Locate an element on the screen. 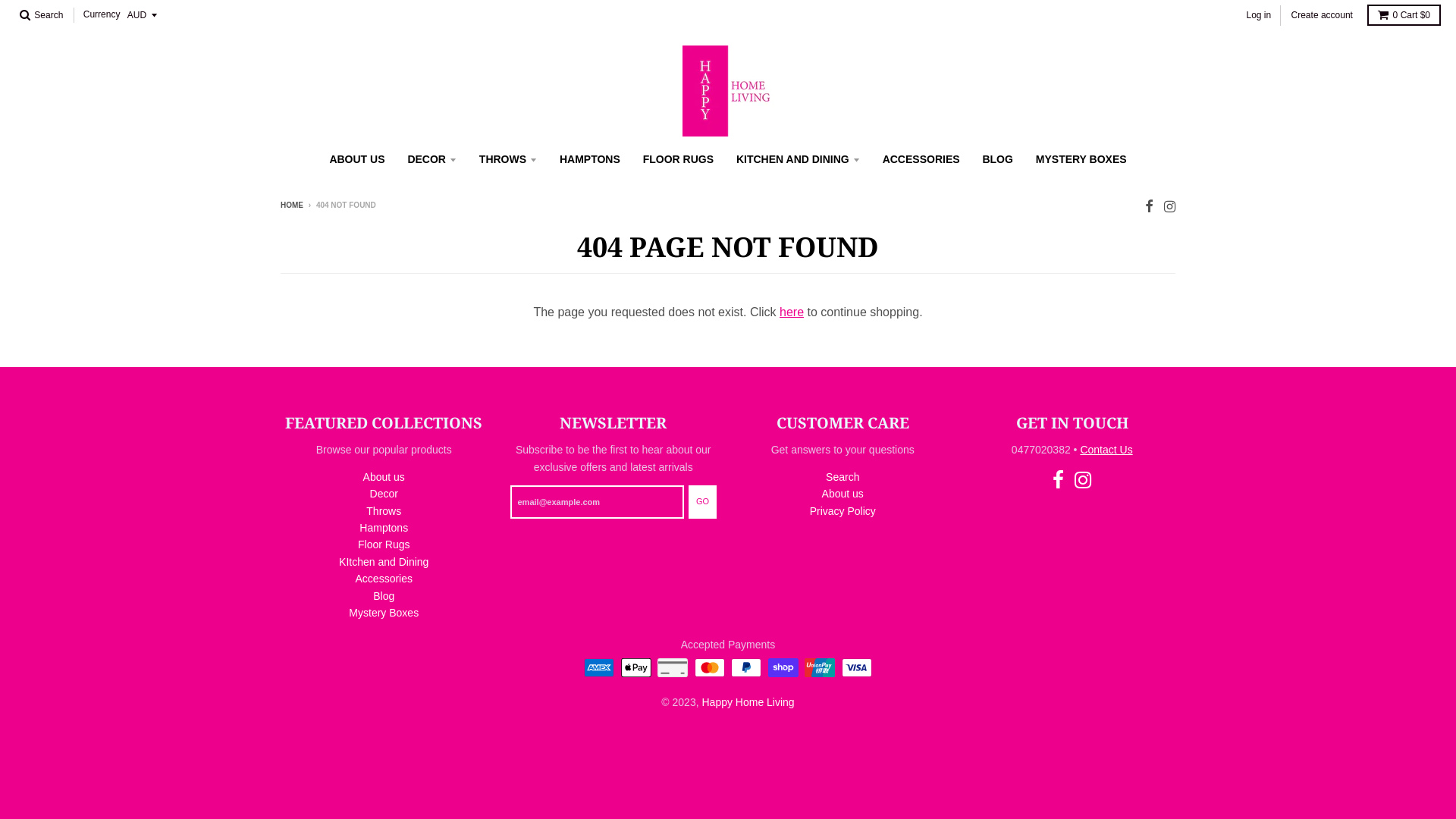 This screenshot has width=1456, height=819. 'Hamptons' is located at coordinates (383, 526).